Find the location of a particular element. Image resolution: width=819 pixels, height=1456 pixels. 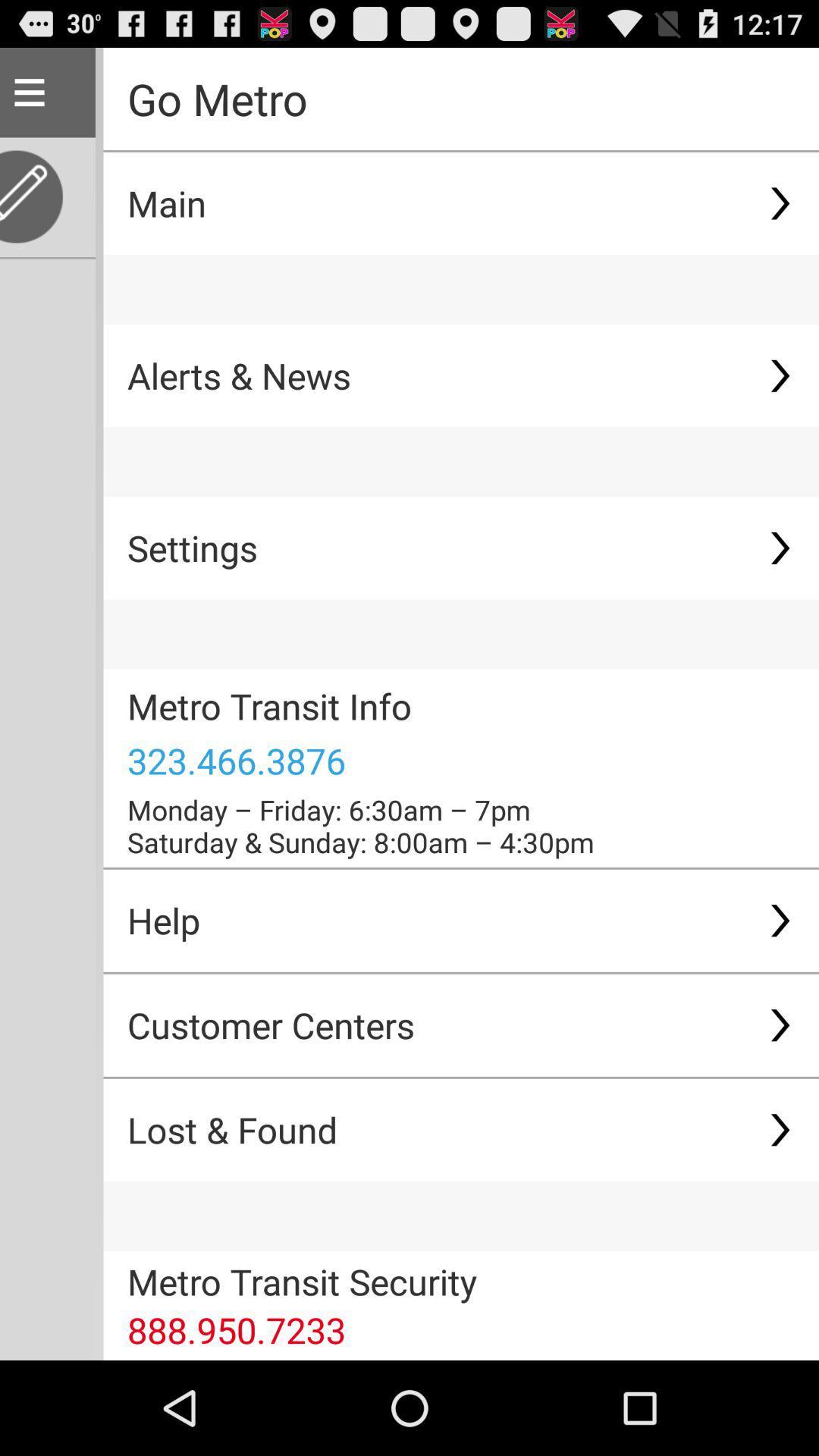

the edit icon is located at coordinates (35, 210).